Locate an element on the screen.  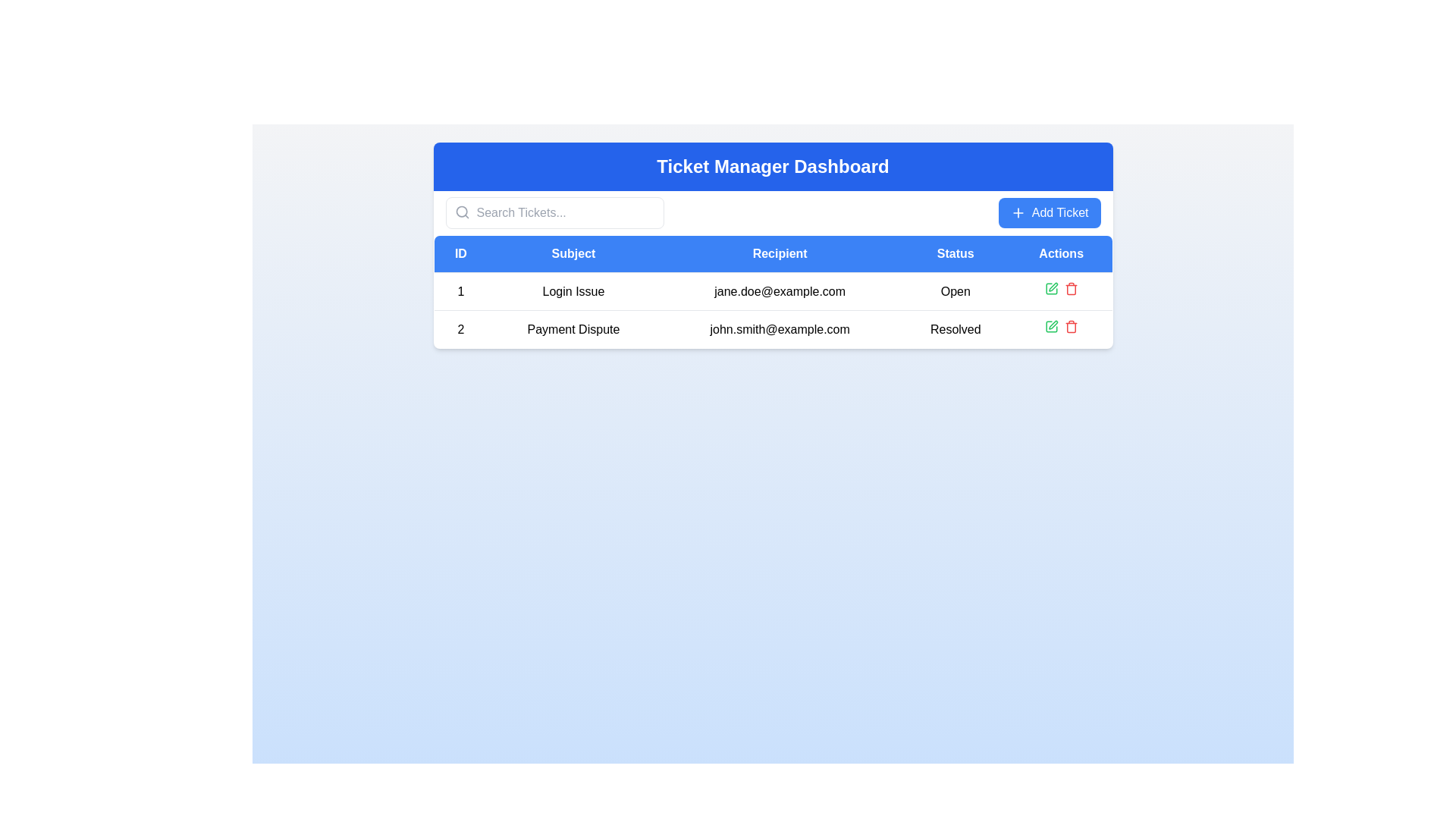
the static text label displaying 'Login Issue' in black font, which is positioned under the 'Subject' column in the ticket table is located at coordinates (573, 291).